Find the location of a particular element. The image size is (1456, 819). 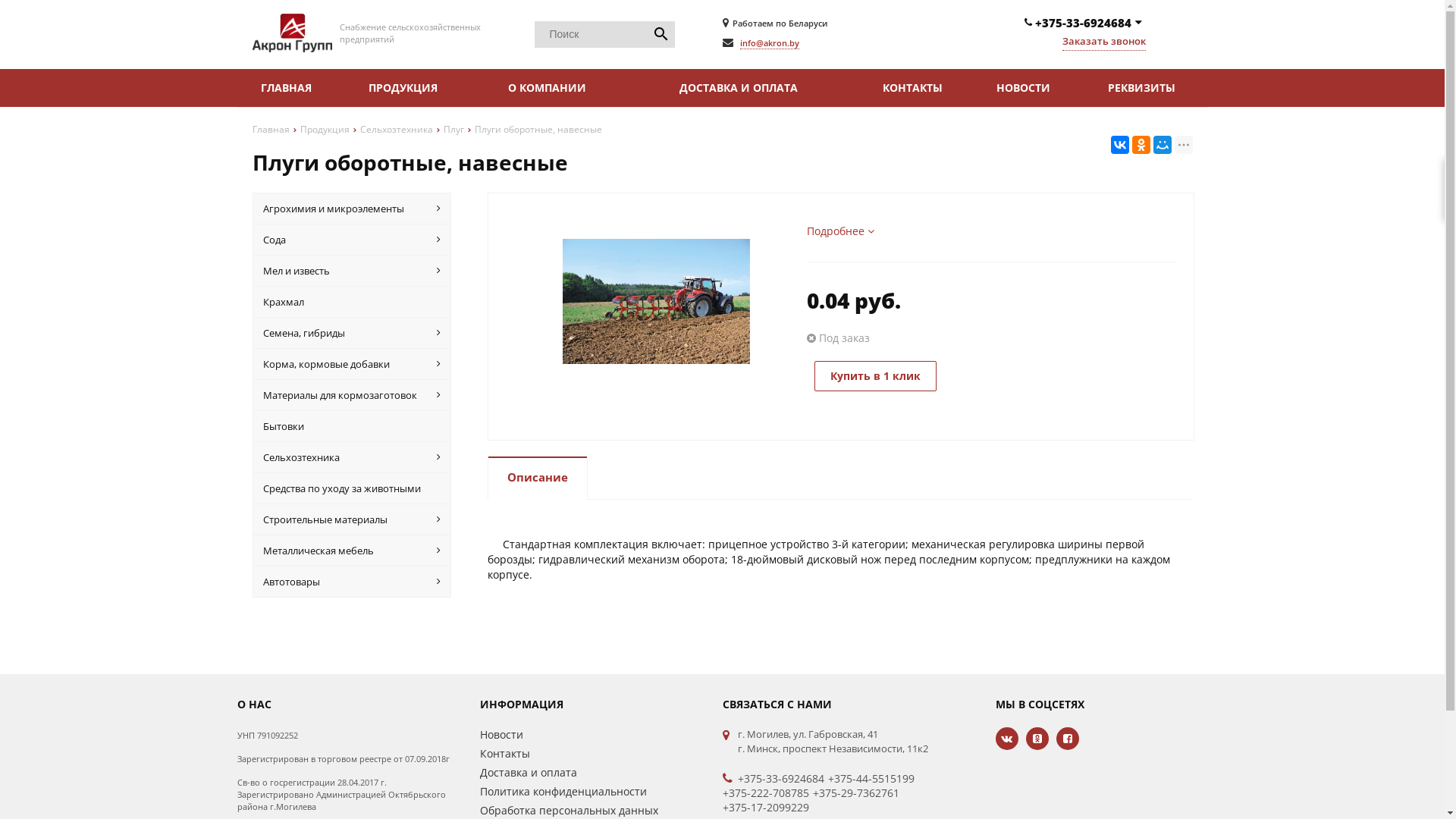

'+375-17-2099229' is located at coordinates (764, 806).